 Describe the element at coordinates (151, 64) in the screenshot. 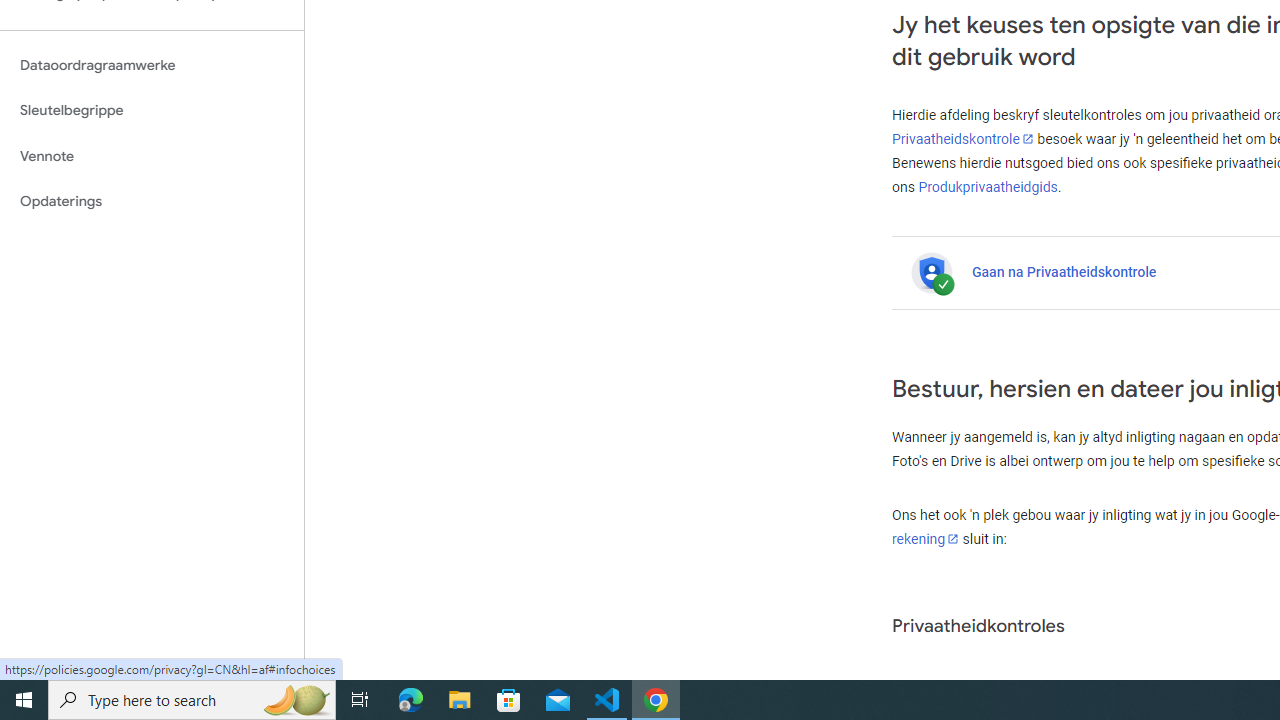

I see `'Dataoordragraamwerke'` at that location.